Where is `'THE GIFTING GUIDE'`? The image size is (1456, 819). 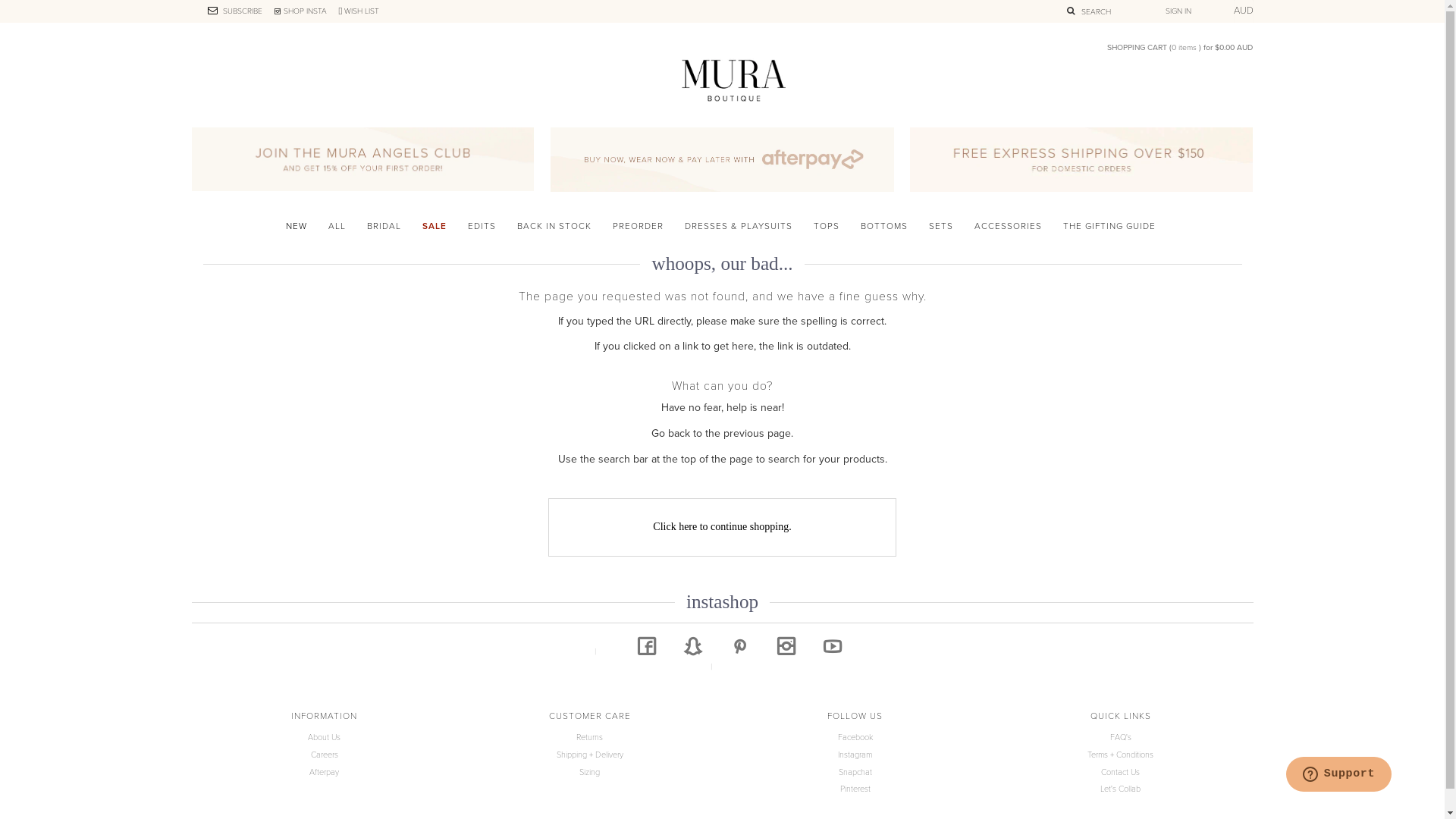 'THE GIFTING GUIDE' is located at coordinates (1109, 226).